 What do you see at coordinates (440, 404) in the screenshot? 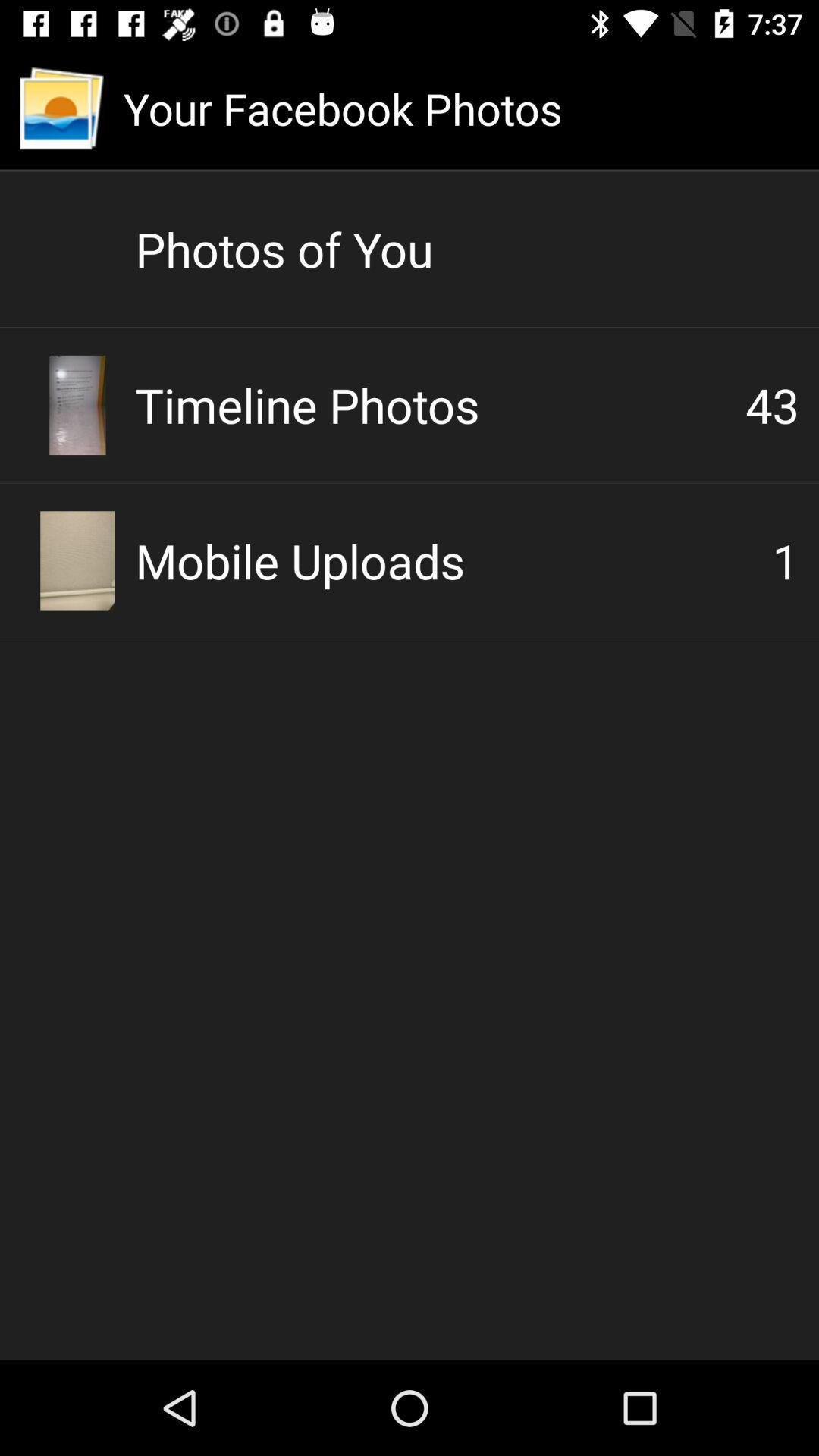
I see `the item to the left of 43` at bounding box center [440, 404].